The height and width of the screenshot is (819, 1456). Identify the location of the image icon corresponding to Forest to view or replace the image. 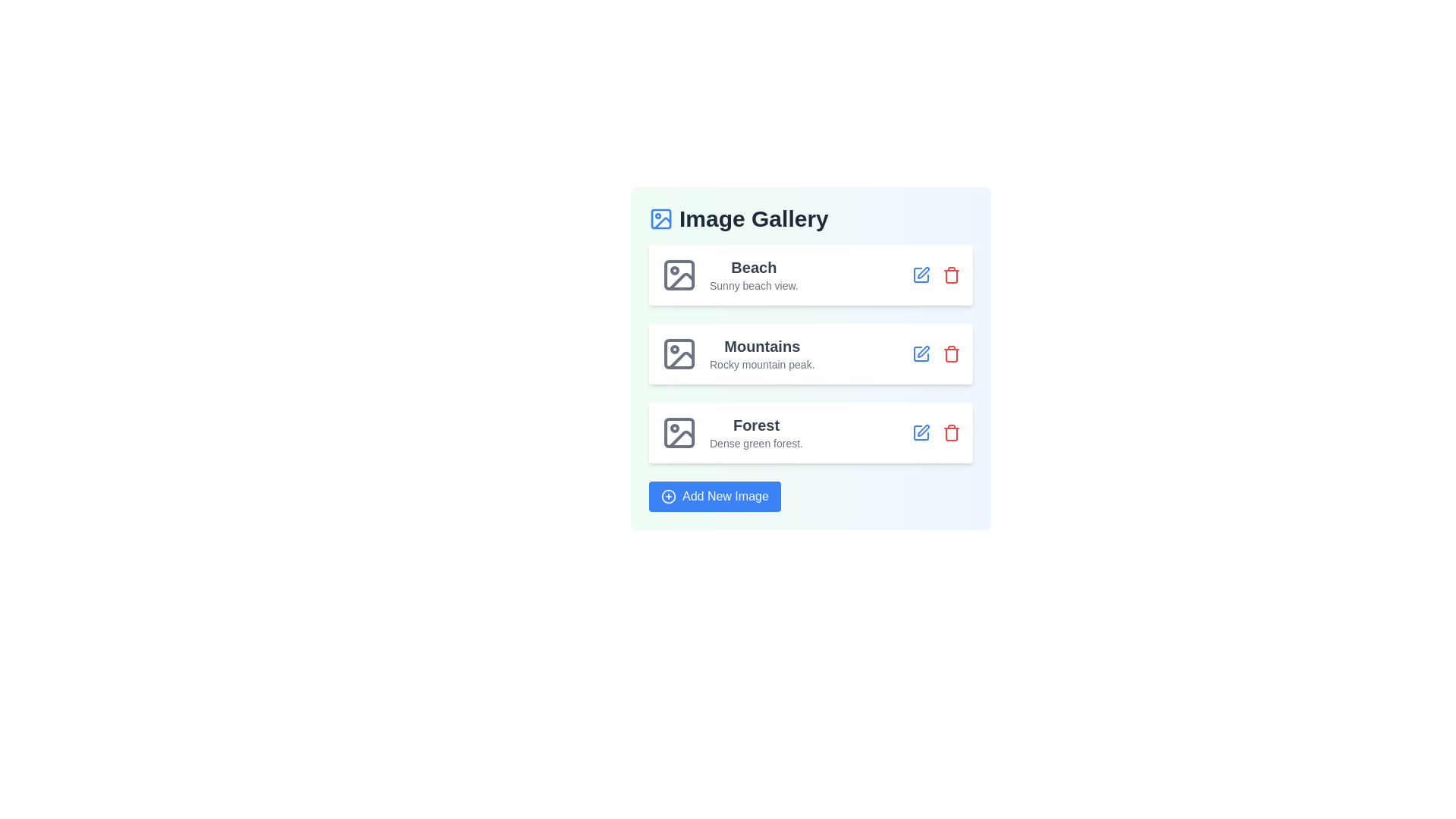
(679, 432).